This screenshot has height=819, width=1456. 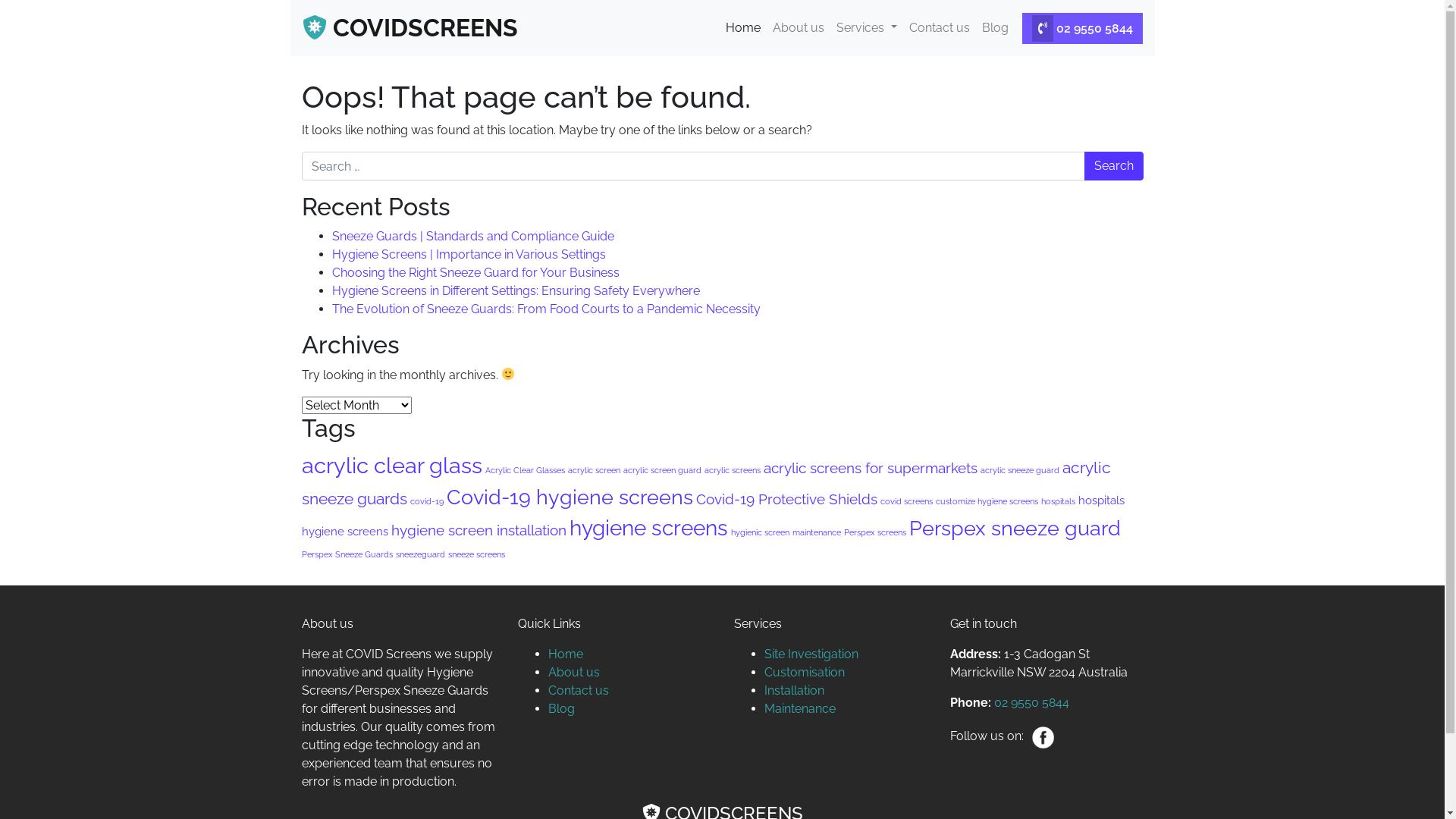 I want to click on 'customize hygiene screens', so click(x=987, y=500).